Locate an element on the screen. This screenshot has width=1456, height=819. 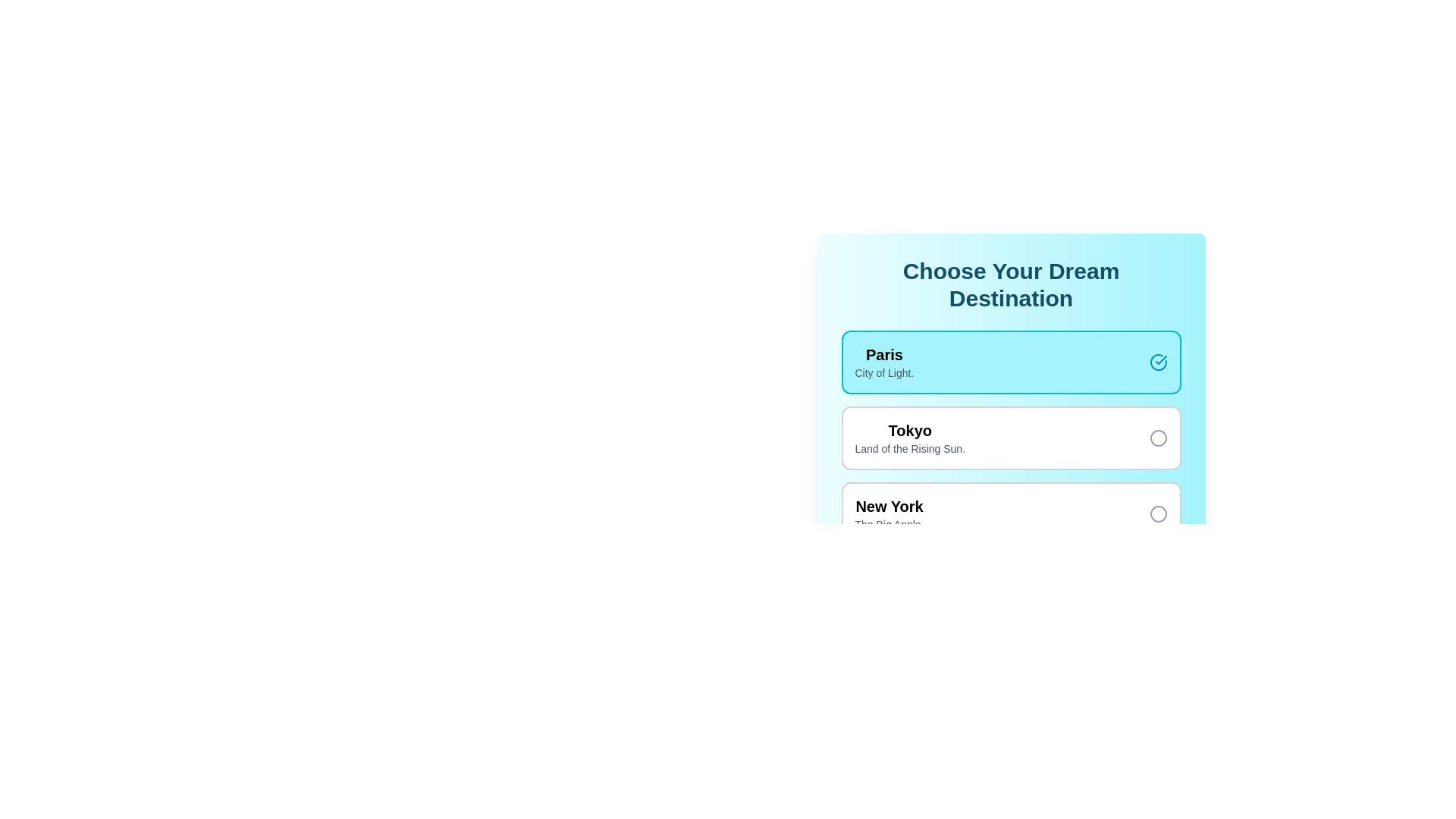
descriptive subtitle or tagline for the city name 'Paris' located at the bottom of the multi-option card list within a blue box is located at coordinates (884, 373).